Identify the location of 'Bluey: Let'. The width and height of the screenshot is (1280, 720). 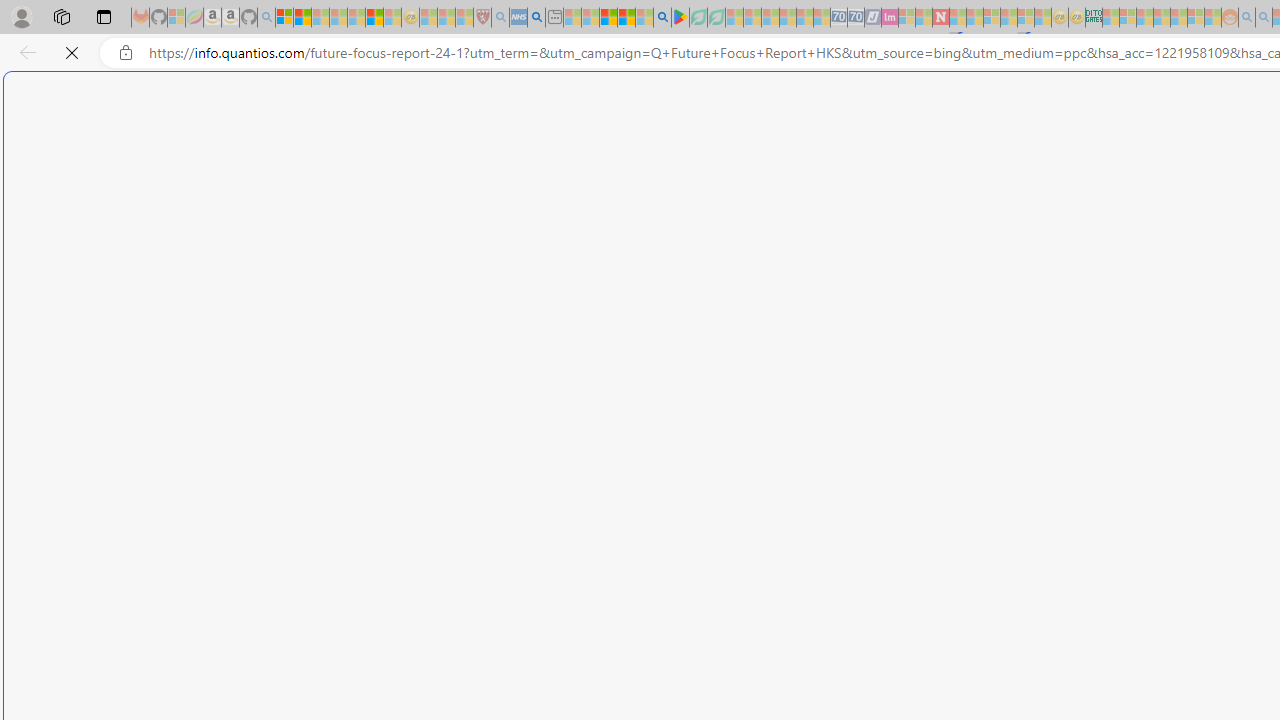
(680, 17).